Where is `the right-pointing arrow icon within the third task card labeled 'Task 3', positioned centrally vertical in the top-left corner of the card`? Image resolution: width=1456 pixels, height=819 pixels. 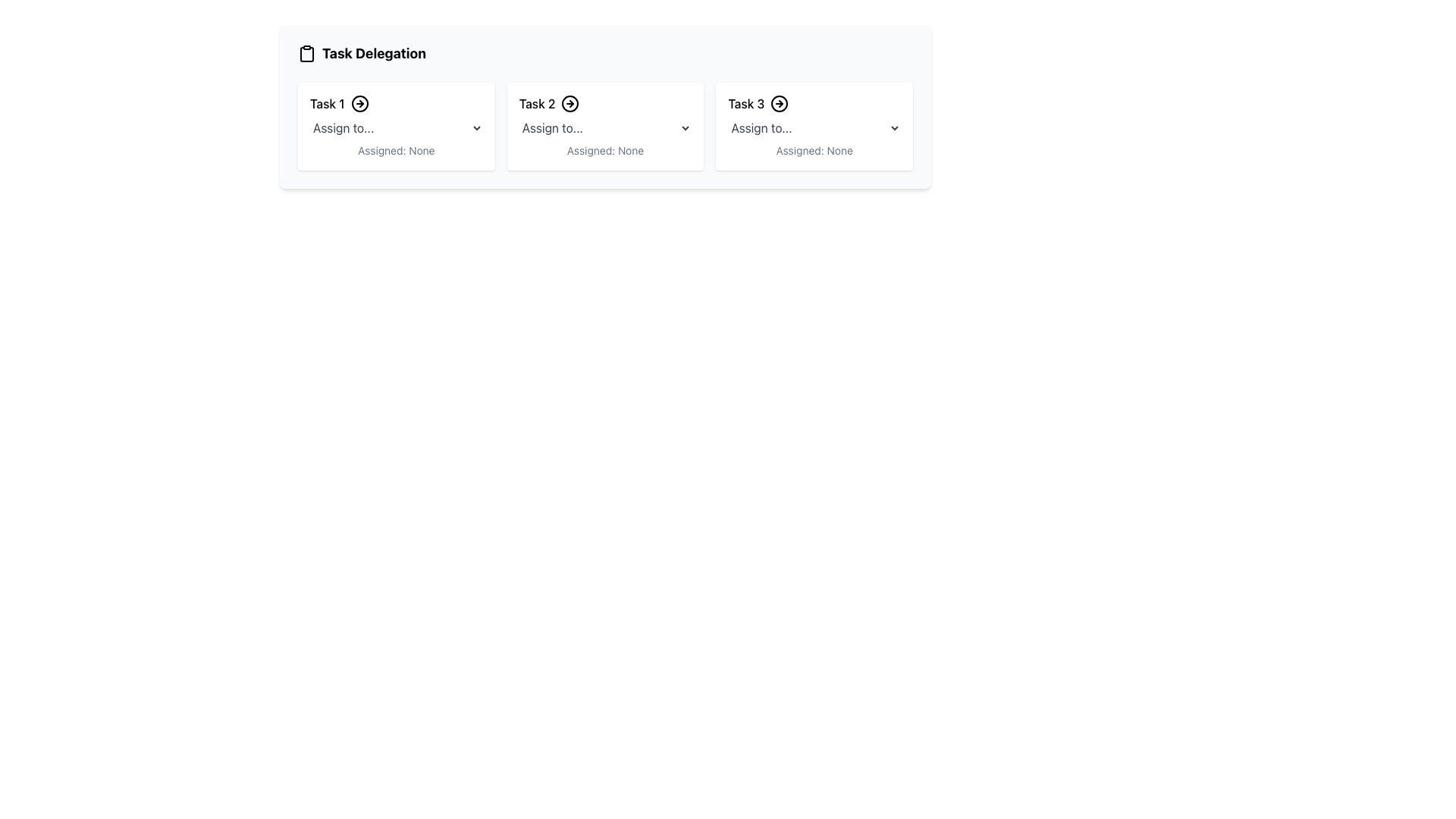
the right-pointing arrow icon within the third task card labeled 'Task 3', positioned centrally vertical in the top-left corner of the card is located at coordinates (780, 103).